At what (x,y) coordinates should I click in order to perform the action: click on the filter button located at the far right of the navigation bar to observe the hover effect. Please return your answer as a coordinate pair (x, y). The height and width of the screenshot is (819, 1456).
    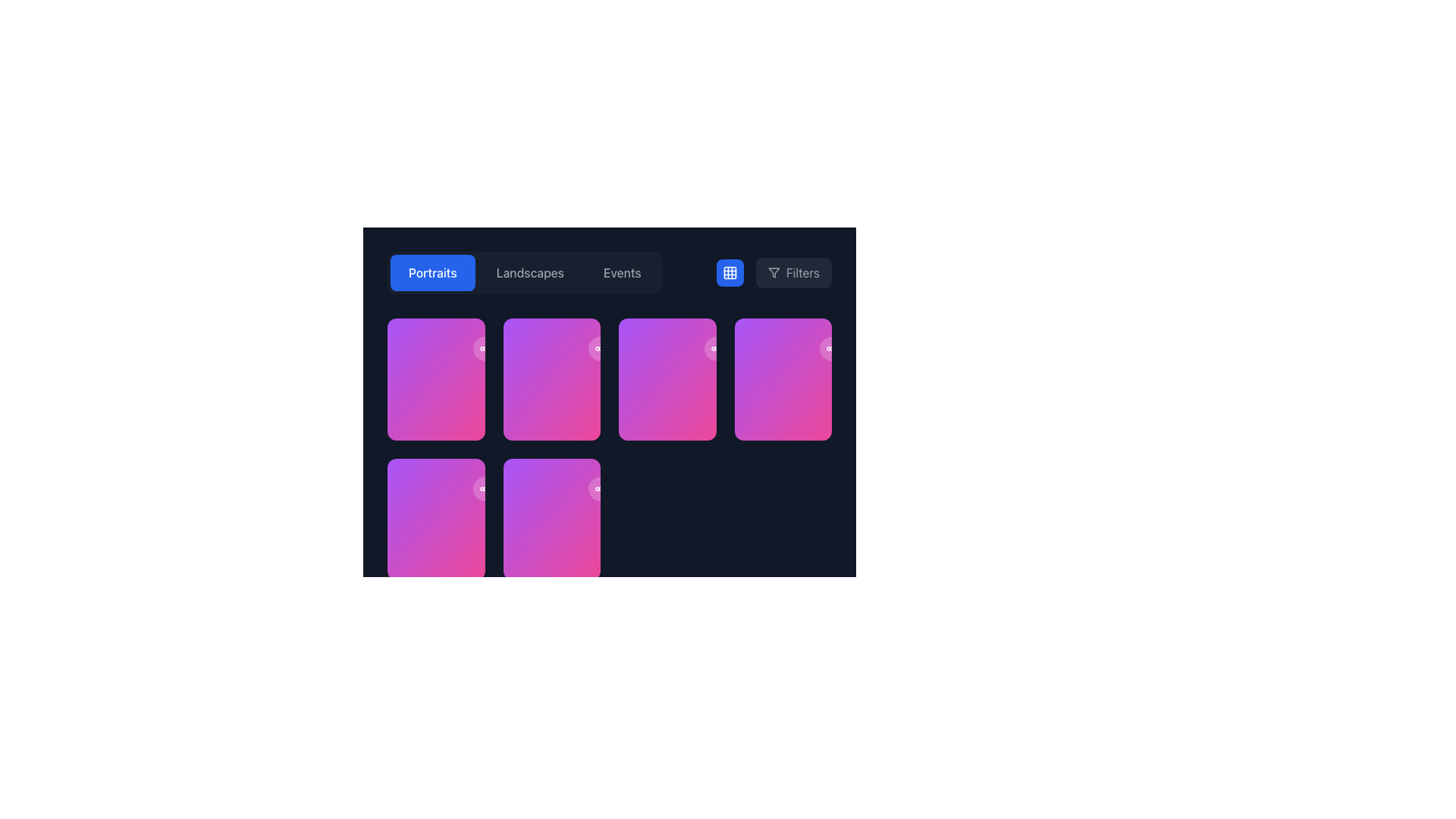
    Looking at the image, I should click on (773, 271).